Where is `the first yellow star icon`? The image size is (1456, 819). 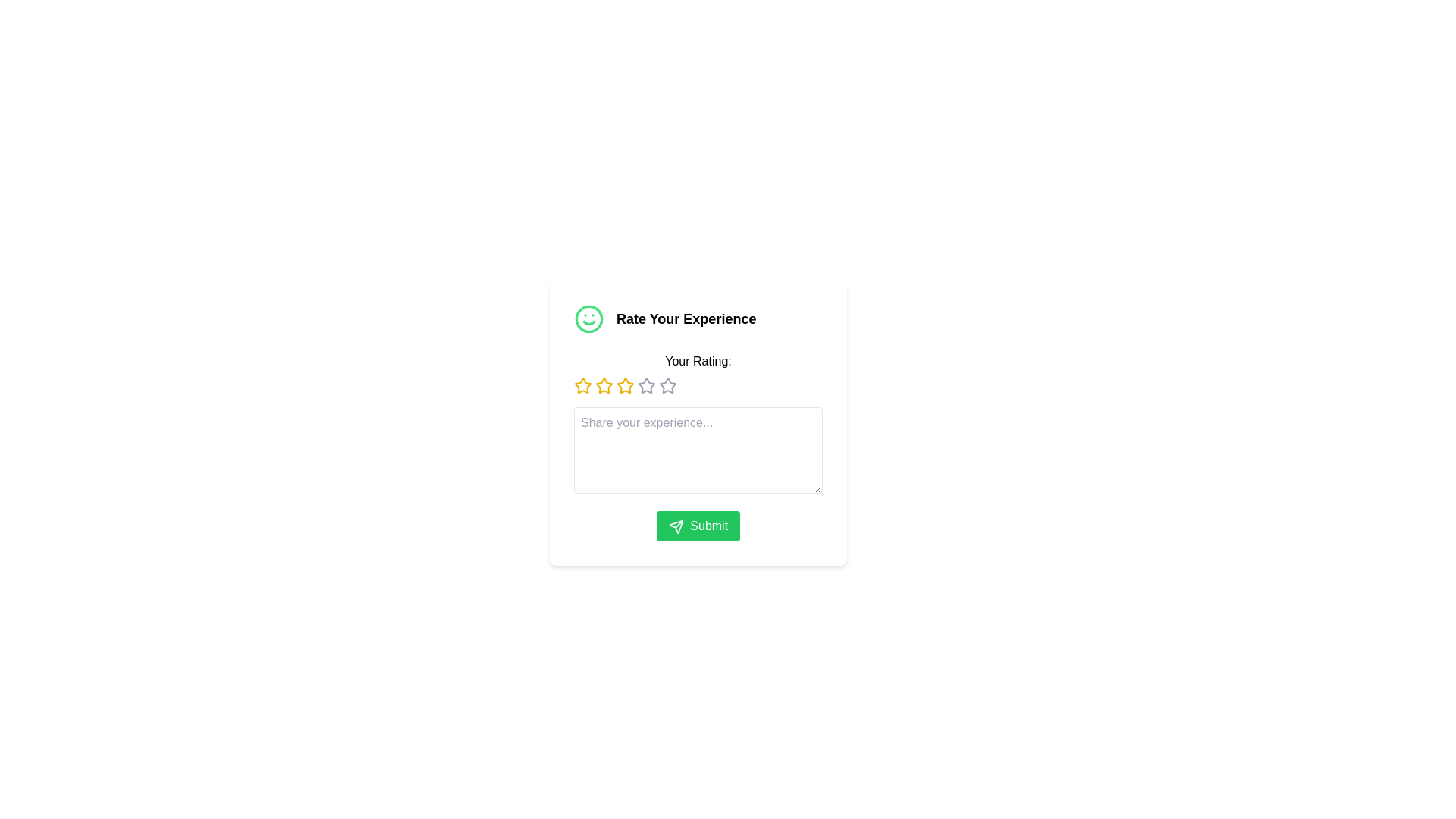 the first yellow star icon is located at coordinates (582, 384).